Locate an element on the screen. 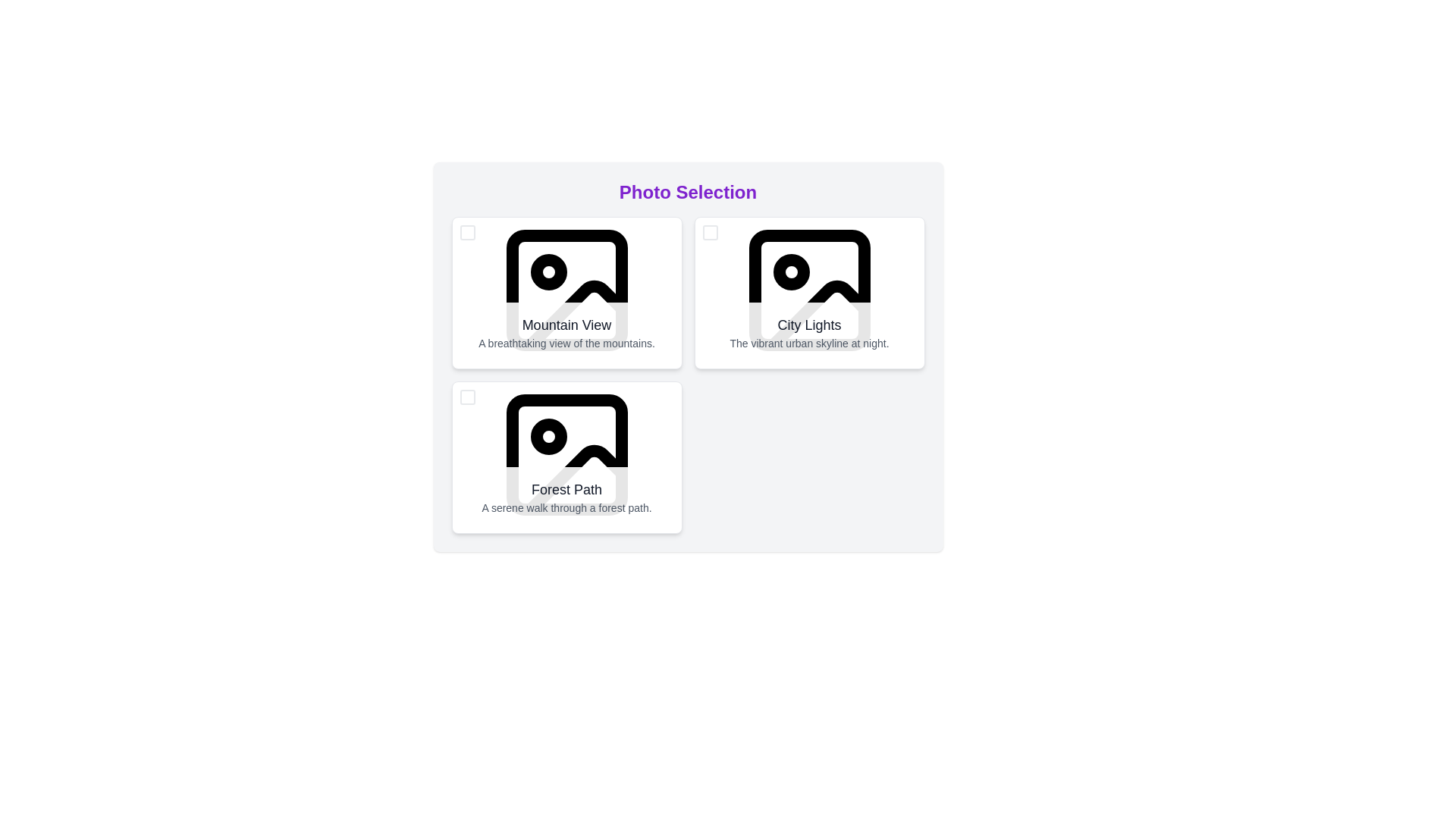 The width and height of the screenshot is (1456, 819). the text-based informational panel at the bottom of the card labeled 'City Lights', which displays the title 'City Lights' and the phrase 'The vibrant urban skyline at night' is located at coordinates (808, 332).